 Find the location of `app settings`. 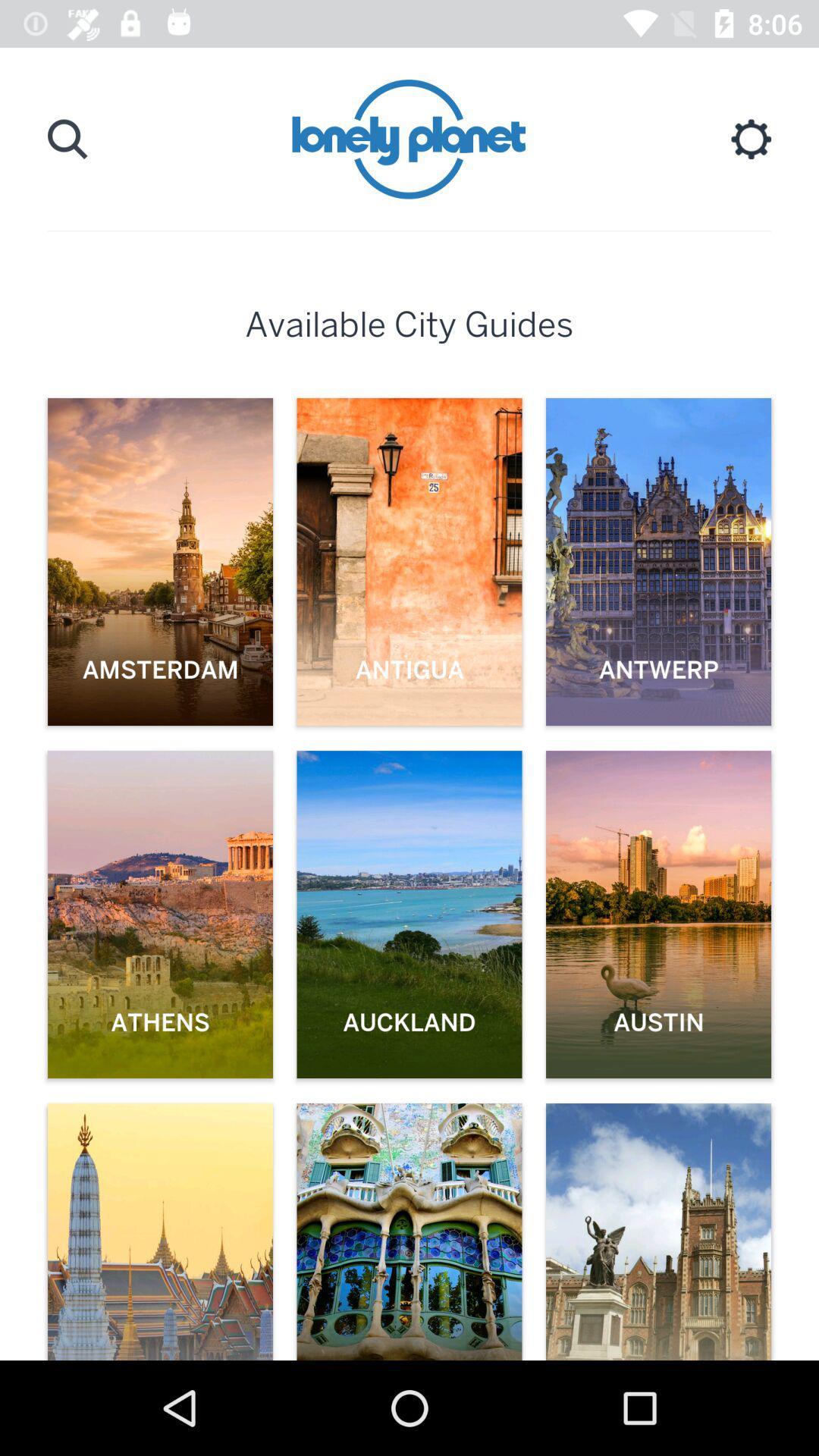

app settings is located at coordinates (751, 139).